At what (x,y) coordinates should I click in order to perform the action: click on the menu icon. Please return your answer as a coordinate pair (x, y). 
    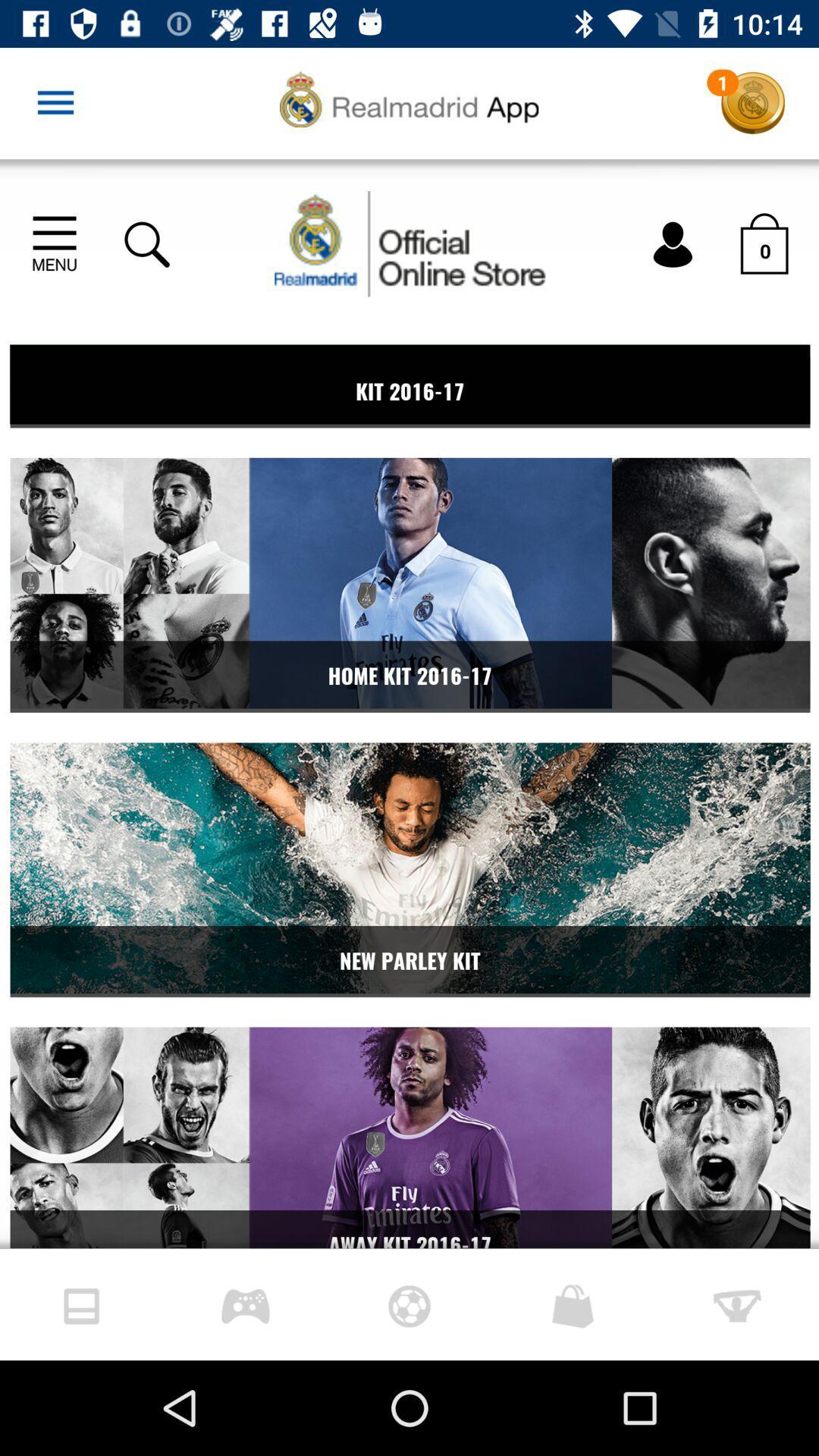
    Looking at the image, I should click on (55, 102).